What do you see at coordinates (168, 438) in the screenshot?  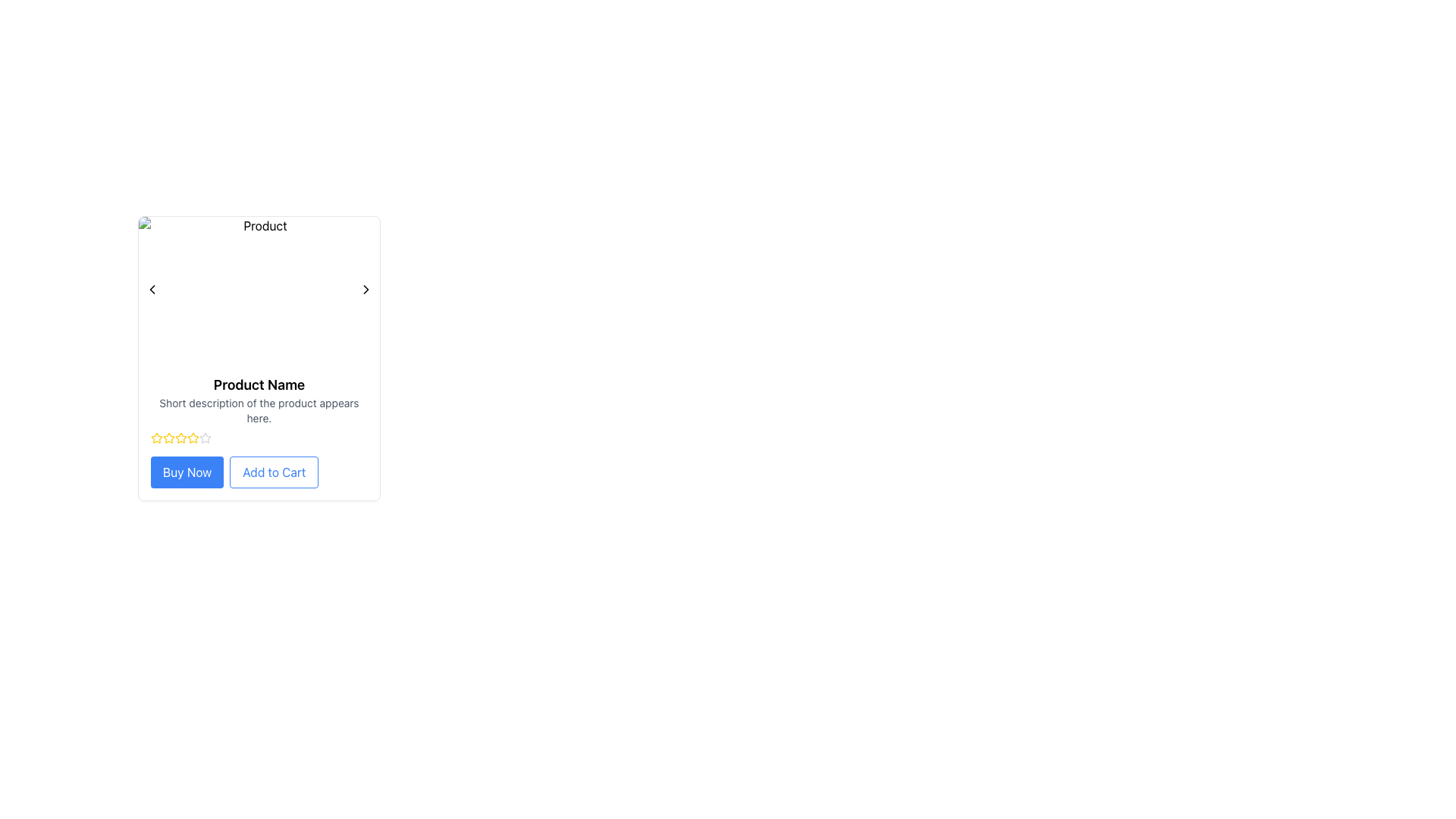 I see `the third star icon in the rating system` at bounding box center [168, 438].